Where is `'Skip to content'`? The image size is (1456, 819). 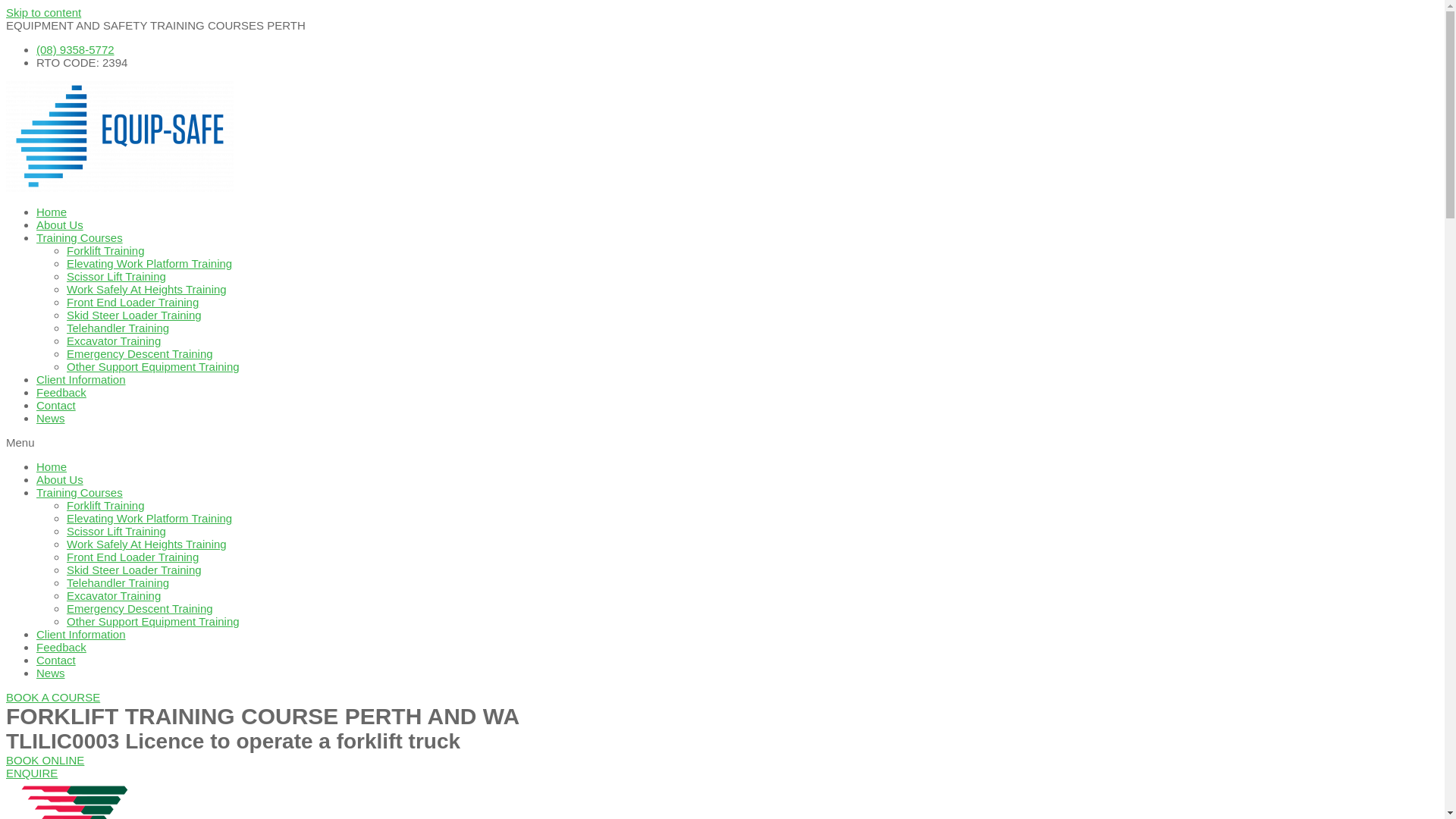
'Skip to content' is located at coordinates (43, 12).